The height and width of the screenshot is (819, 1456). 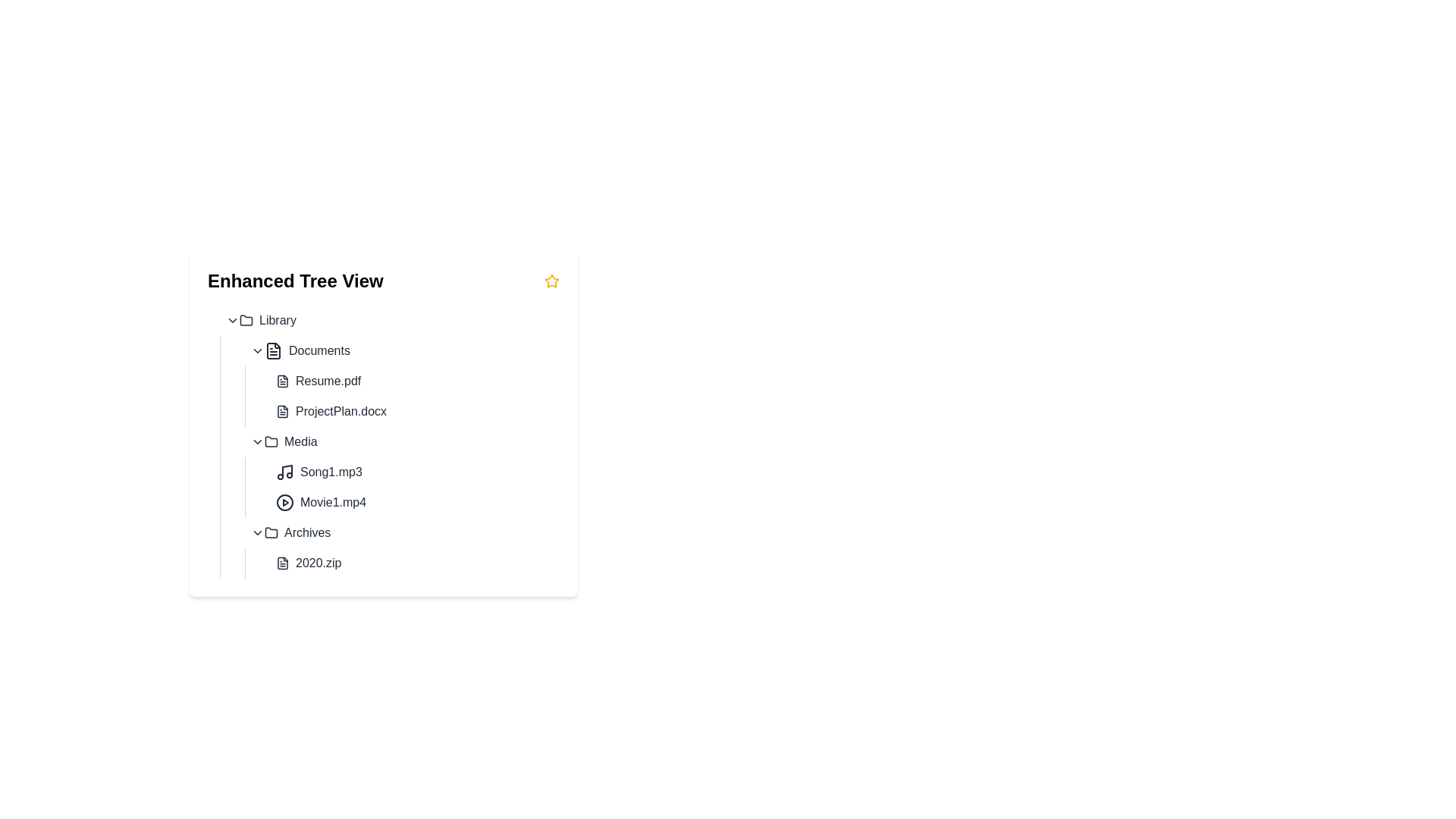 What do you see at coordinates (415, 472) in the screenshot?
I see `the first list item labeled 'Song1.mp3' under the 'Media' folder` at bounding box center [415, 472].